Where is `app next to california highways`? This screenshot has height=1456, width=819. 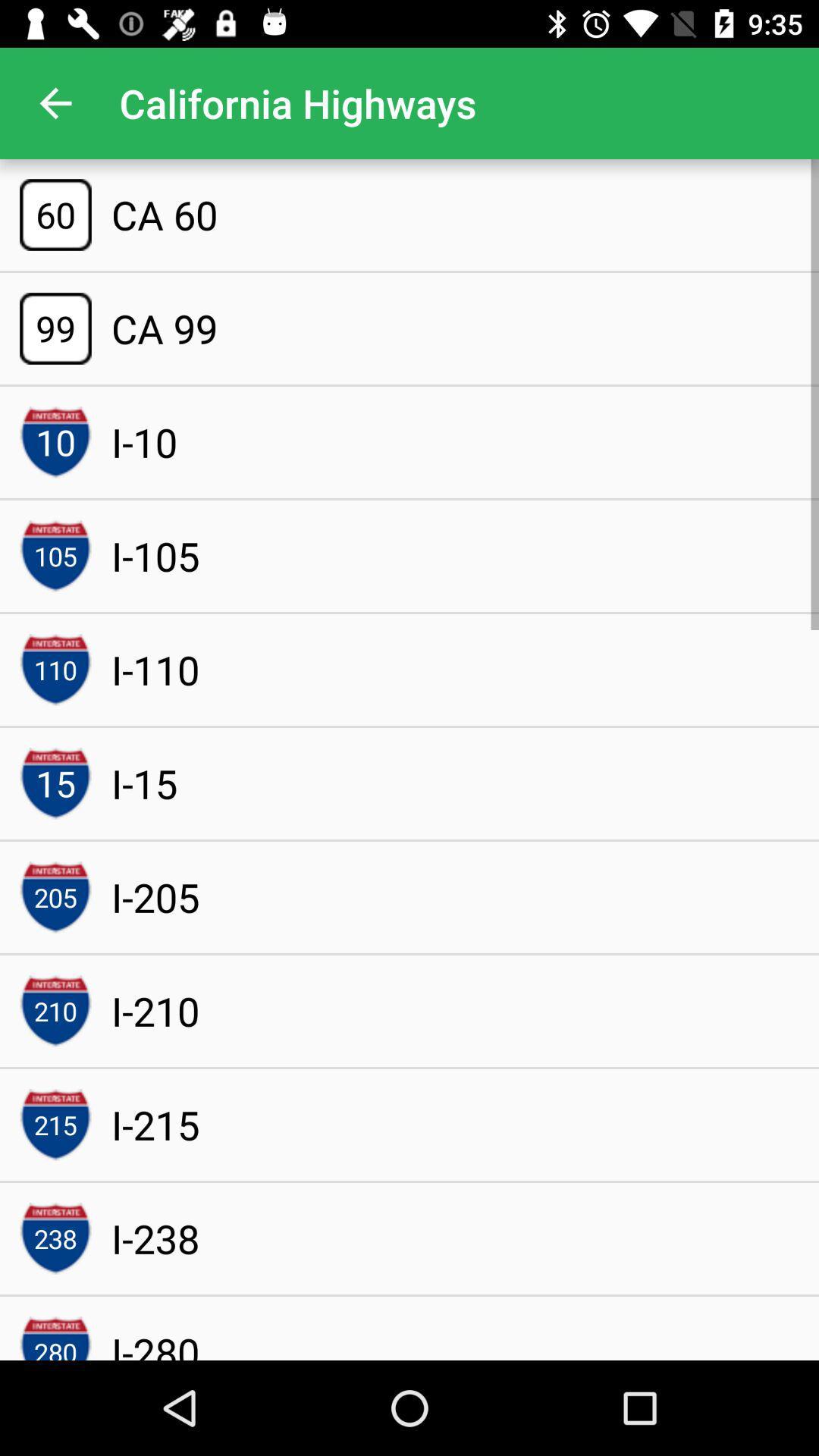 app next to california highways is located at coordinates (55, 102).